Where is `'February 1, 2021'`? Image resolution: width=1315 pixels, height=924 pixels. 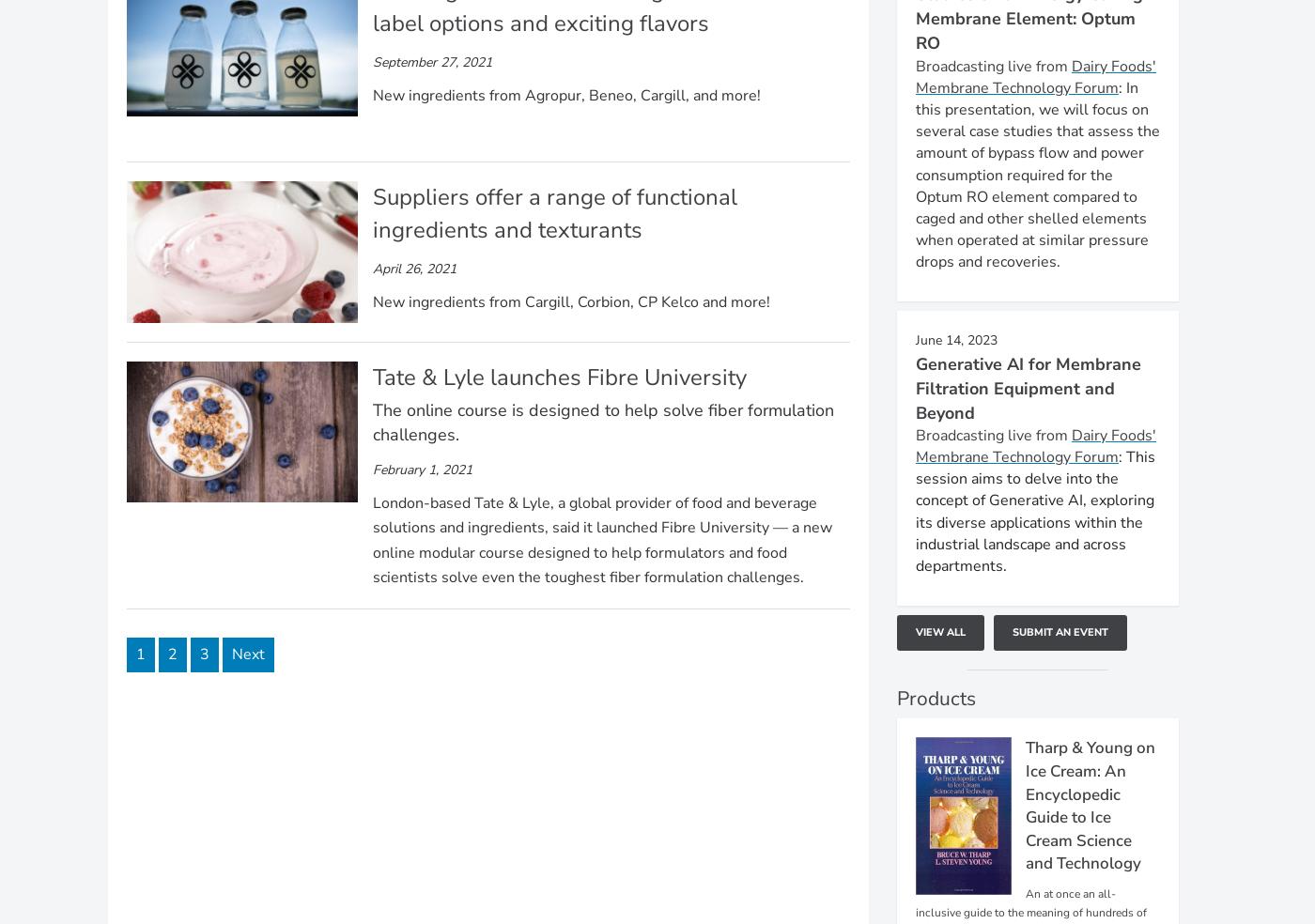 'February 1, 2021' is located at coordinates (421, 468).